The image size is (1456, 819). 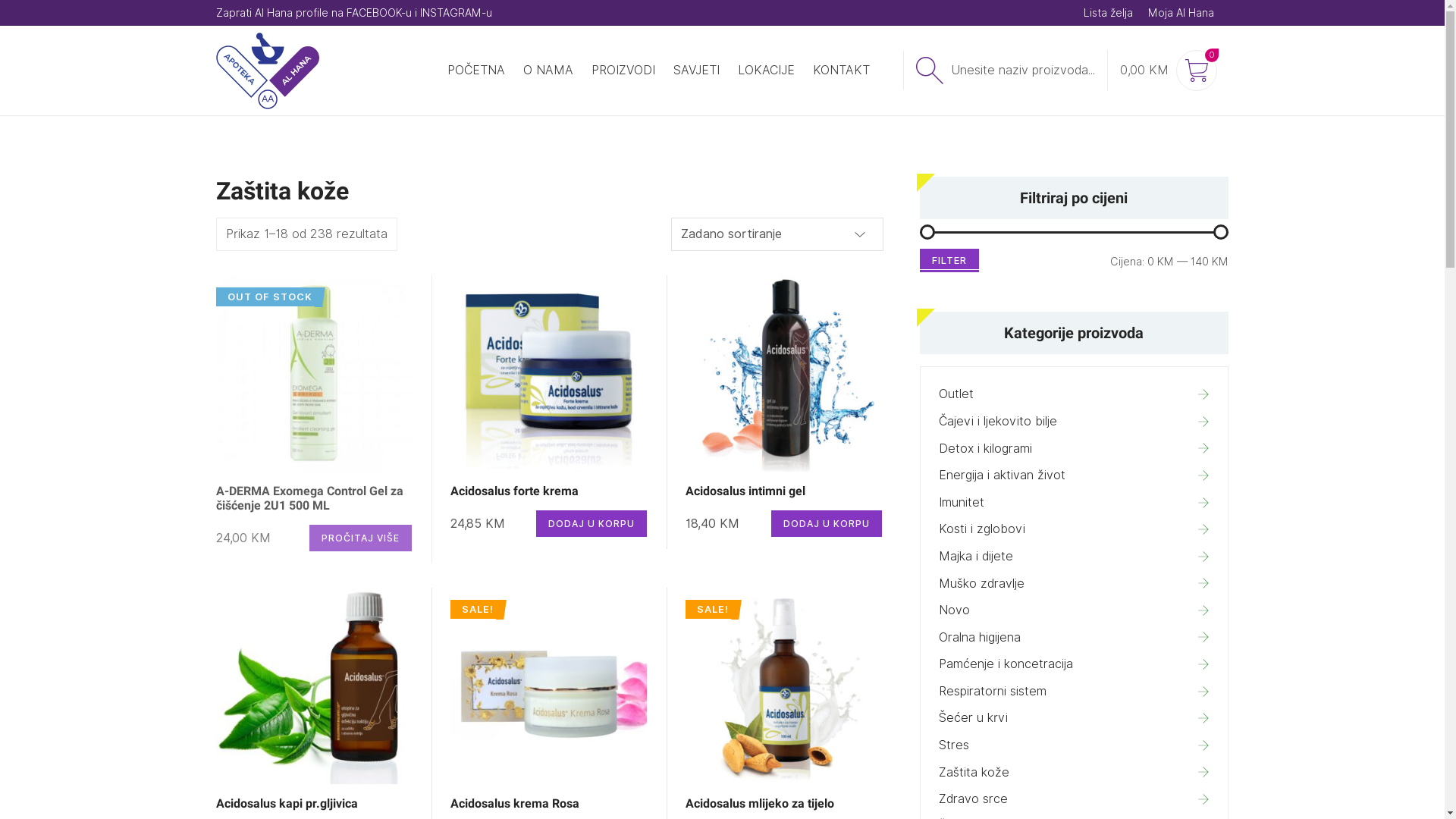 I want to click on 'Zdravo srce', so click(x=1073, y=798).